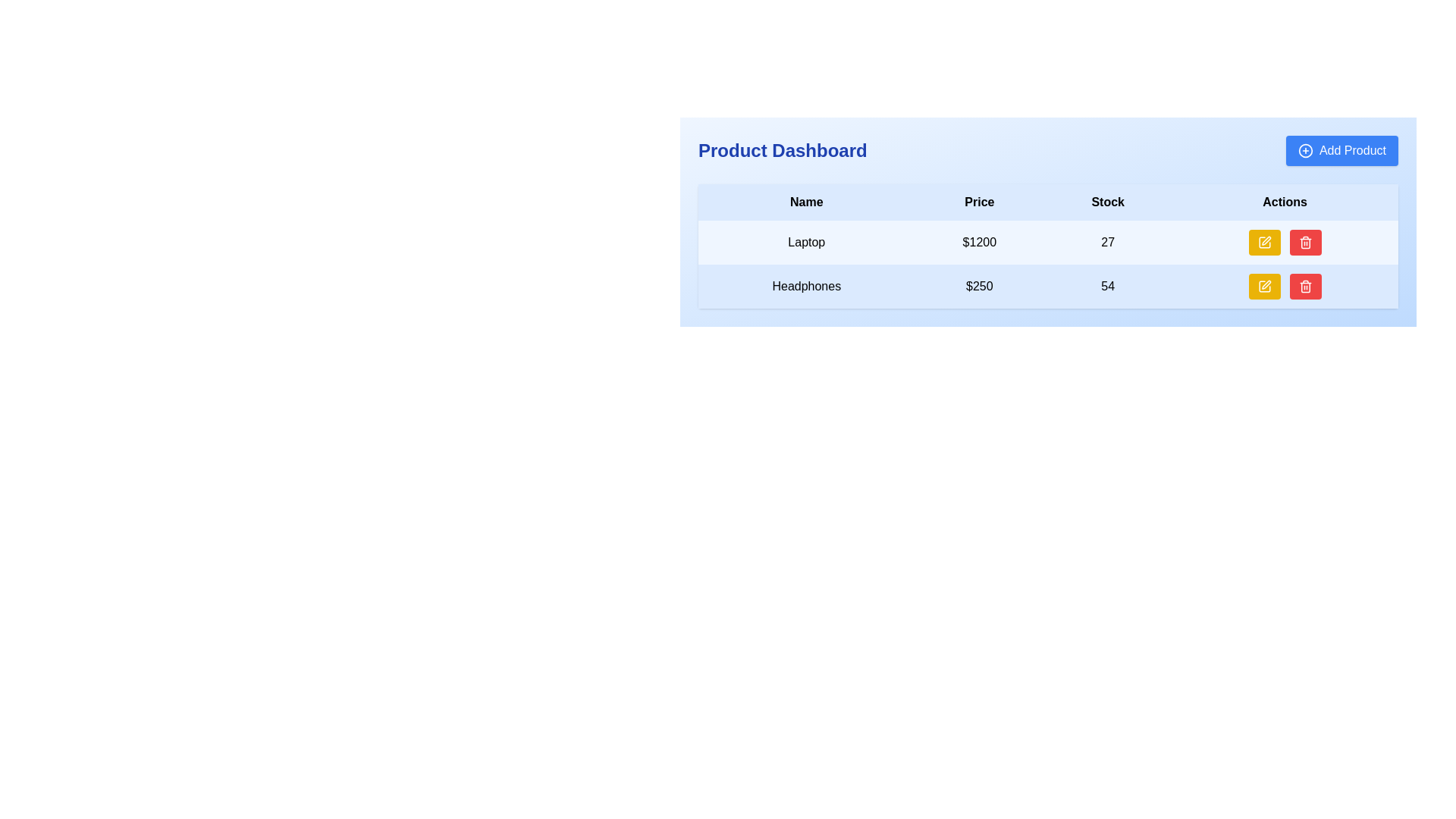  What do you see at coordinates (1304, 151) in the screenshot?
I see `the interactive icon located at the top right corner of the display area` at bounding box center [1304, 151].